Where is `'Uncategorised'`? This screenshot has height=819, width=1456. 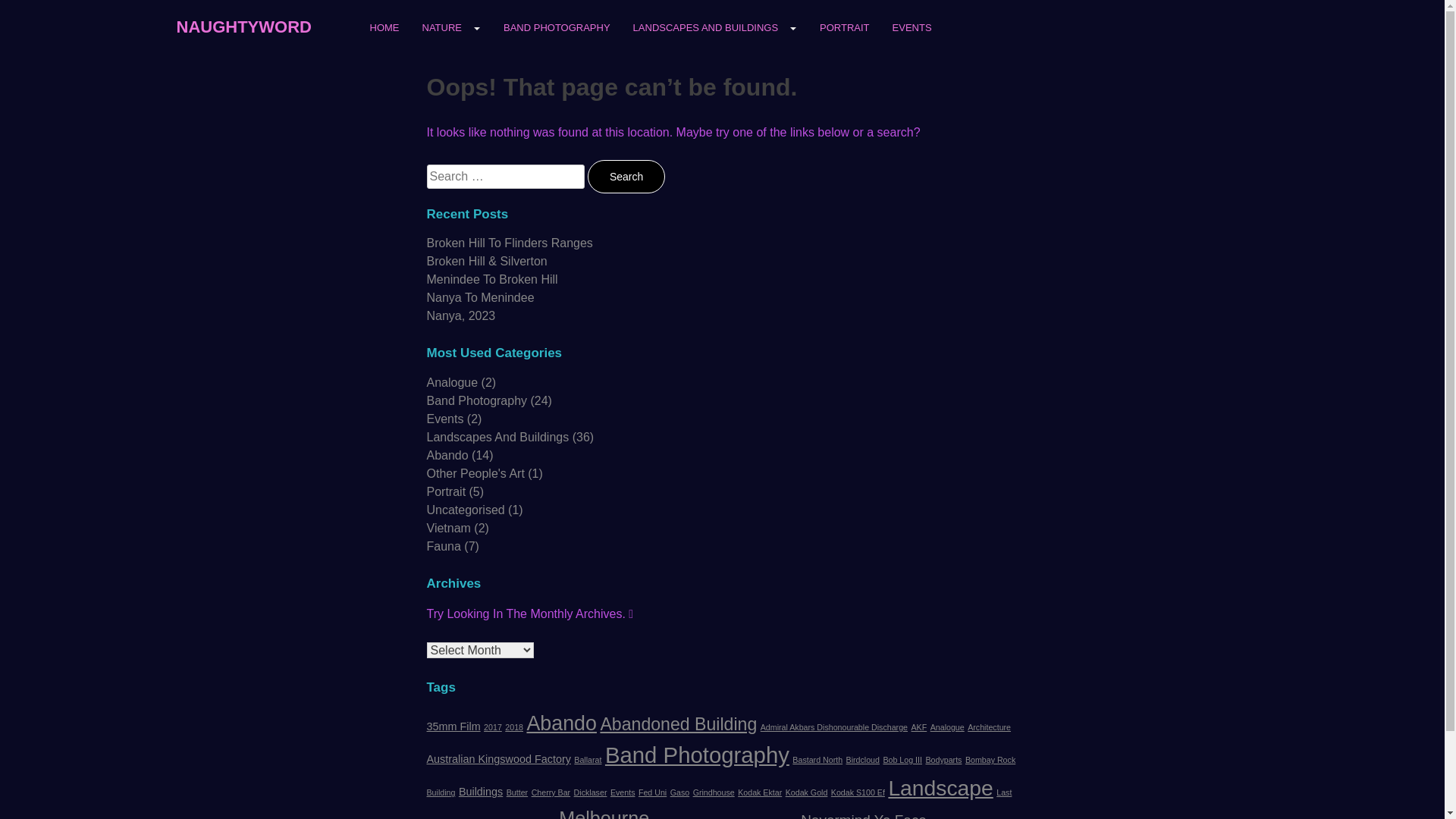 'Uncategorised' is located at coordinates (464, 510).